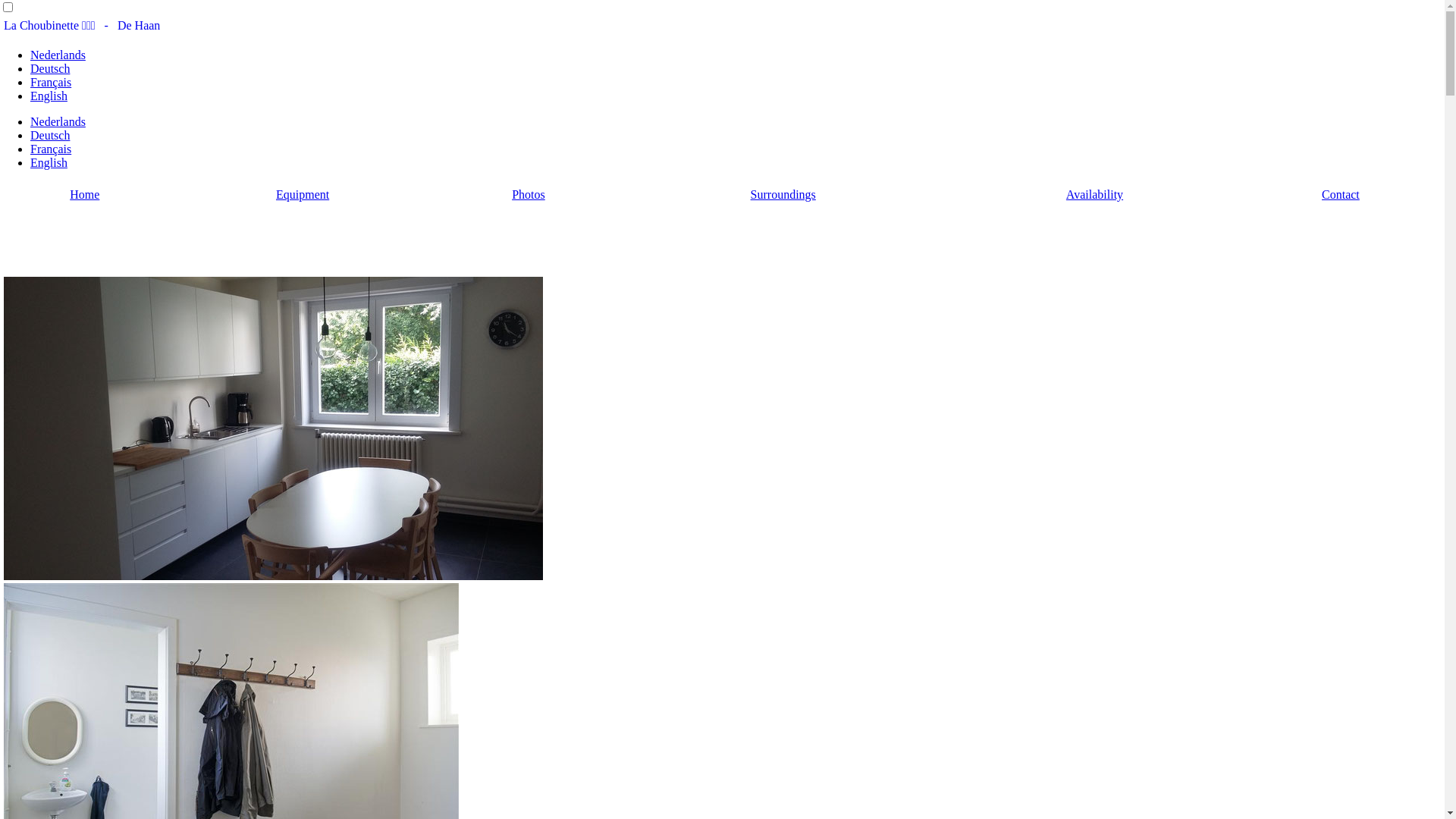 The height and width of the screenshot is (819, 1456). Describe the element at coordinates (49, 162) in the screenshot. I see `'English'` at that location.